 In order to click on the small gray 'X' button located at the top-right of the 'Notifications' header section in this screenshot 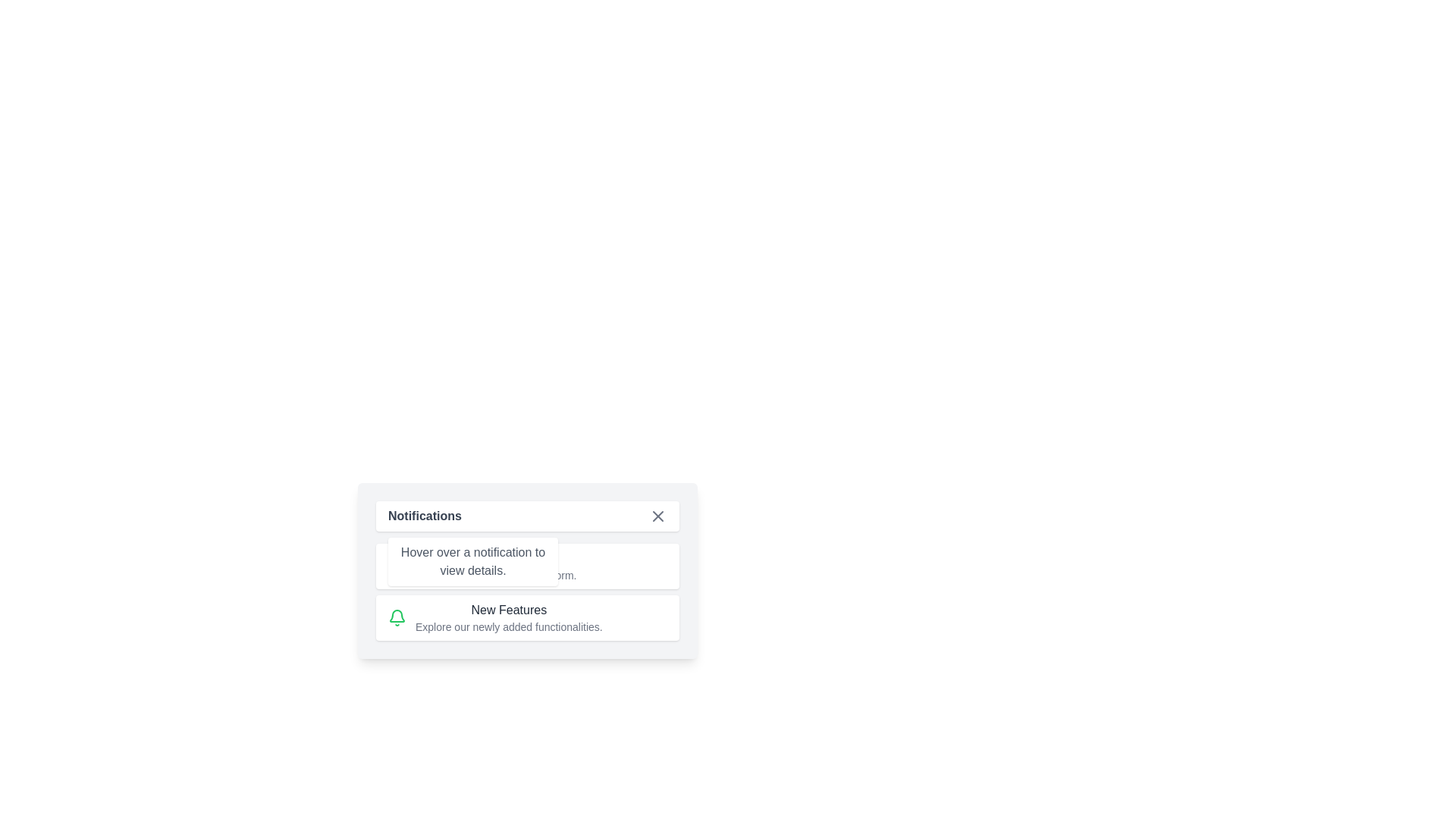, I will do `click(658, 516)`.